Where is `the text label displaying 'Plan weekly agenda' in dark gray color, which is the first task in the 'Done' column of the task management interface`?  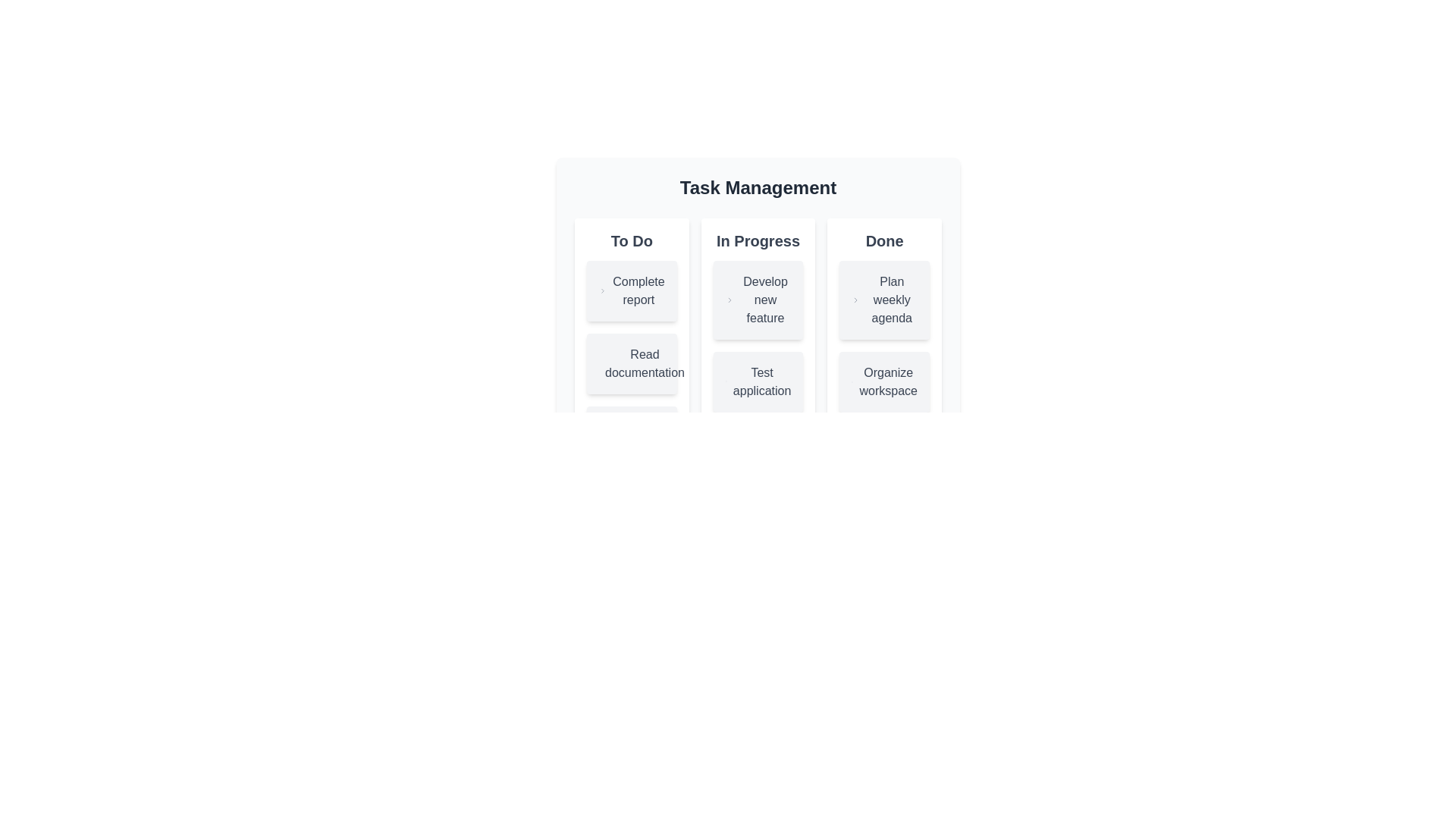 the text label displaying 'Plan weekly agenda' in dark gray color, which is the first task in the 'Done' column of the task management interface is located at coordinates (892, 300).